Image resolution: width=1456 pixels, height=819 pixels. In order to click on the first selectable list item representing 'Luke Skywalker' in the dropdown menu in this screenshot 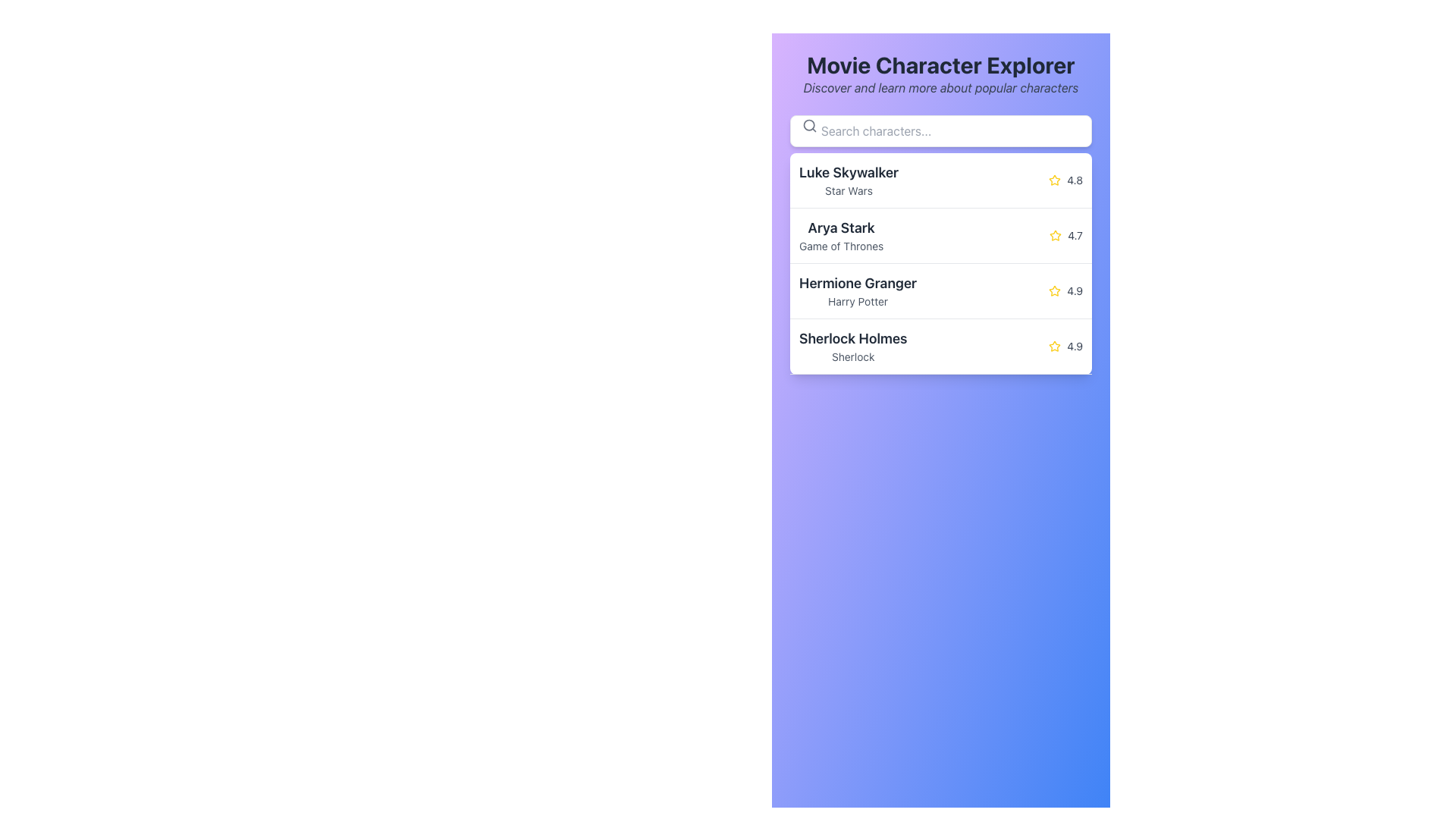, I will do `click(940, 180)`.